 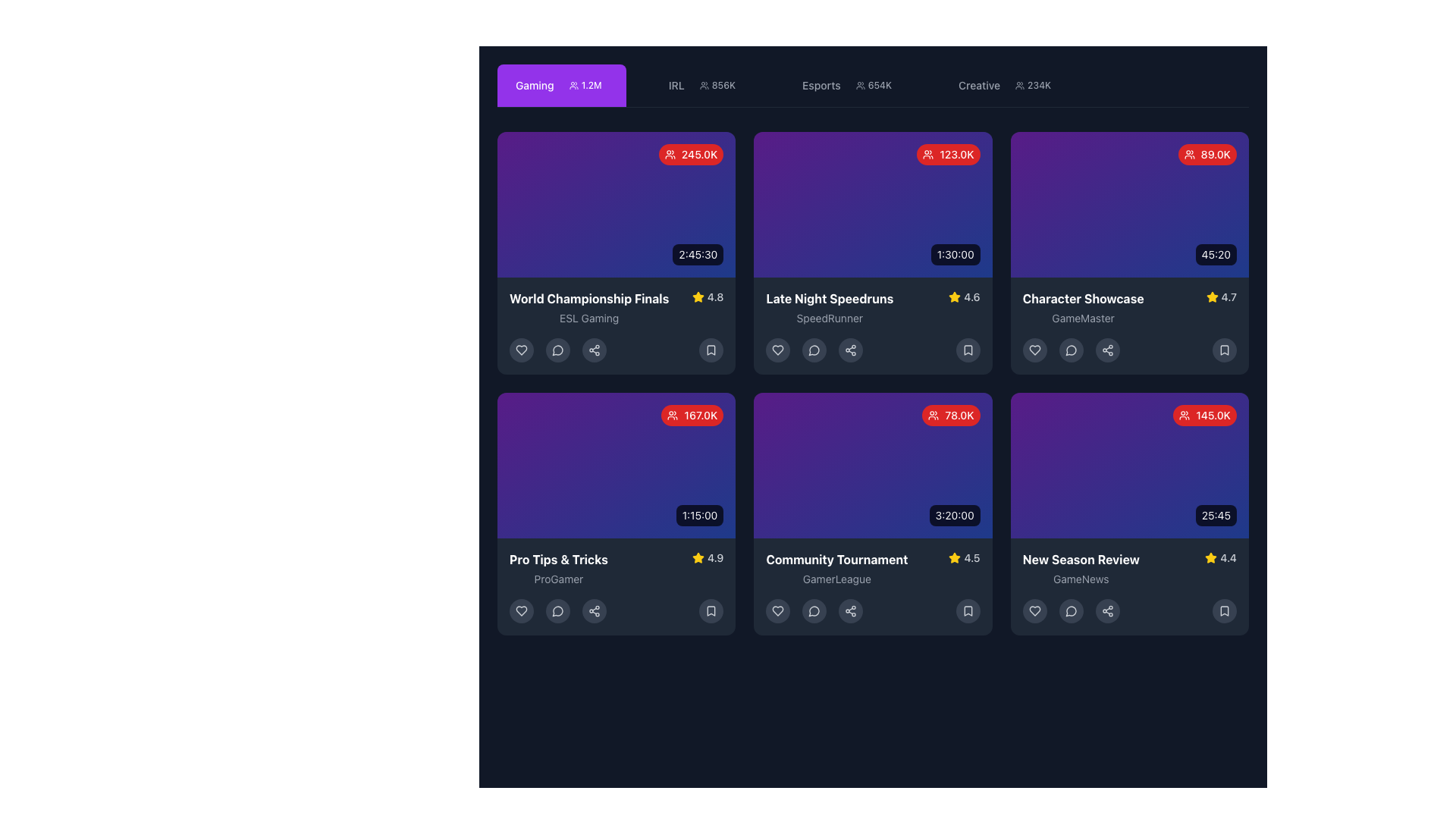 I want to click on the 'Community Tournament' text label, which is styled in bold white font and located in the upper part of the second card from the left, above the subheading 'GamerLeague', so click(x=836, y=559).